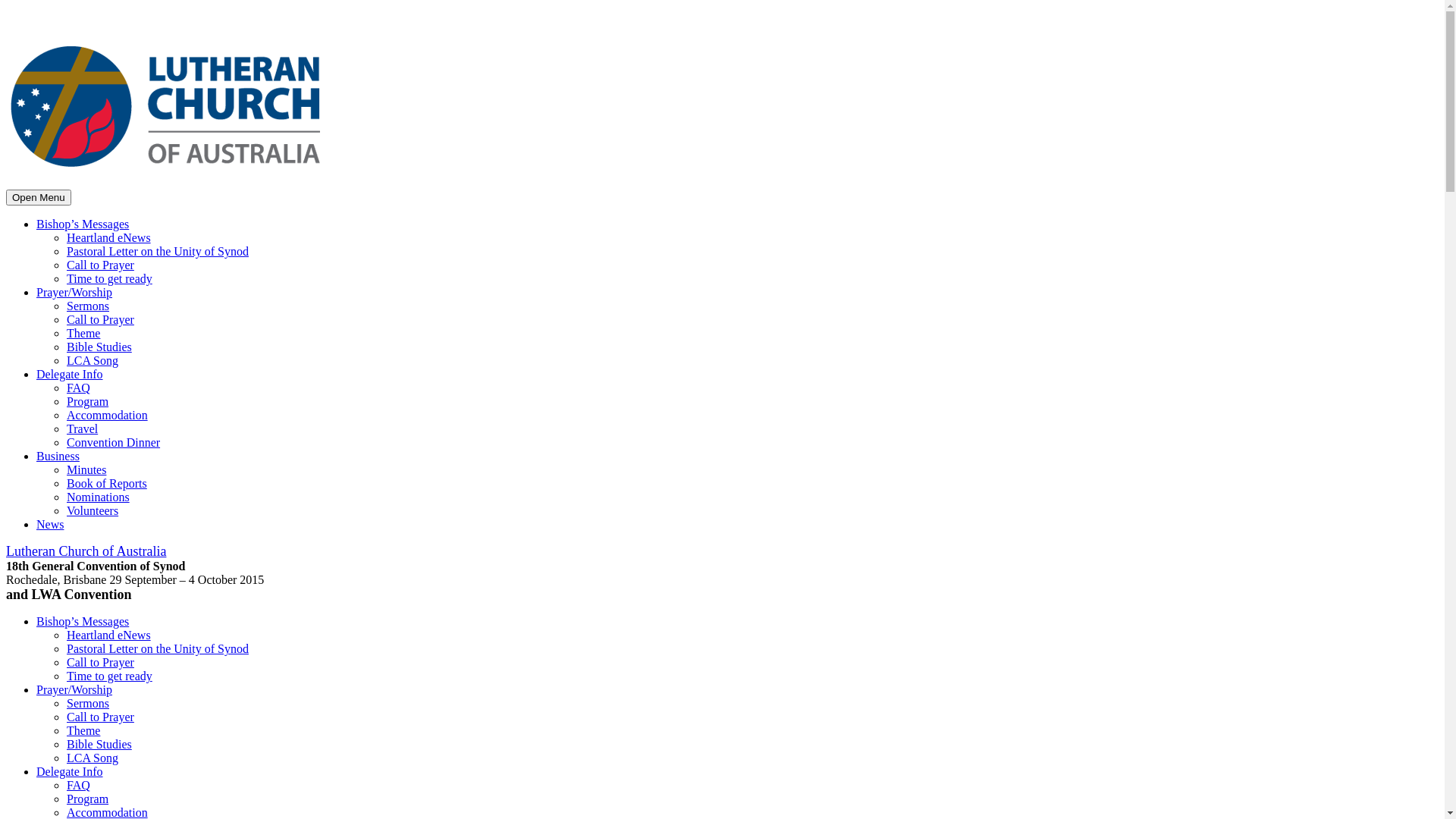 This screenshot has height=819, width=1456. Describe the element at coordinates (91, 360) in the screenshot. I see `'LCA Song'` at that location.